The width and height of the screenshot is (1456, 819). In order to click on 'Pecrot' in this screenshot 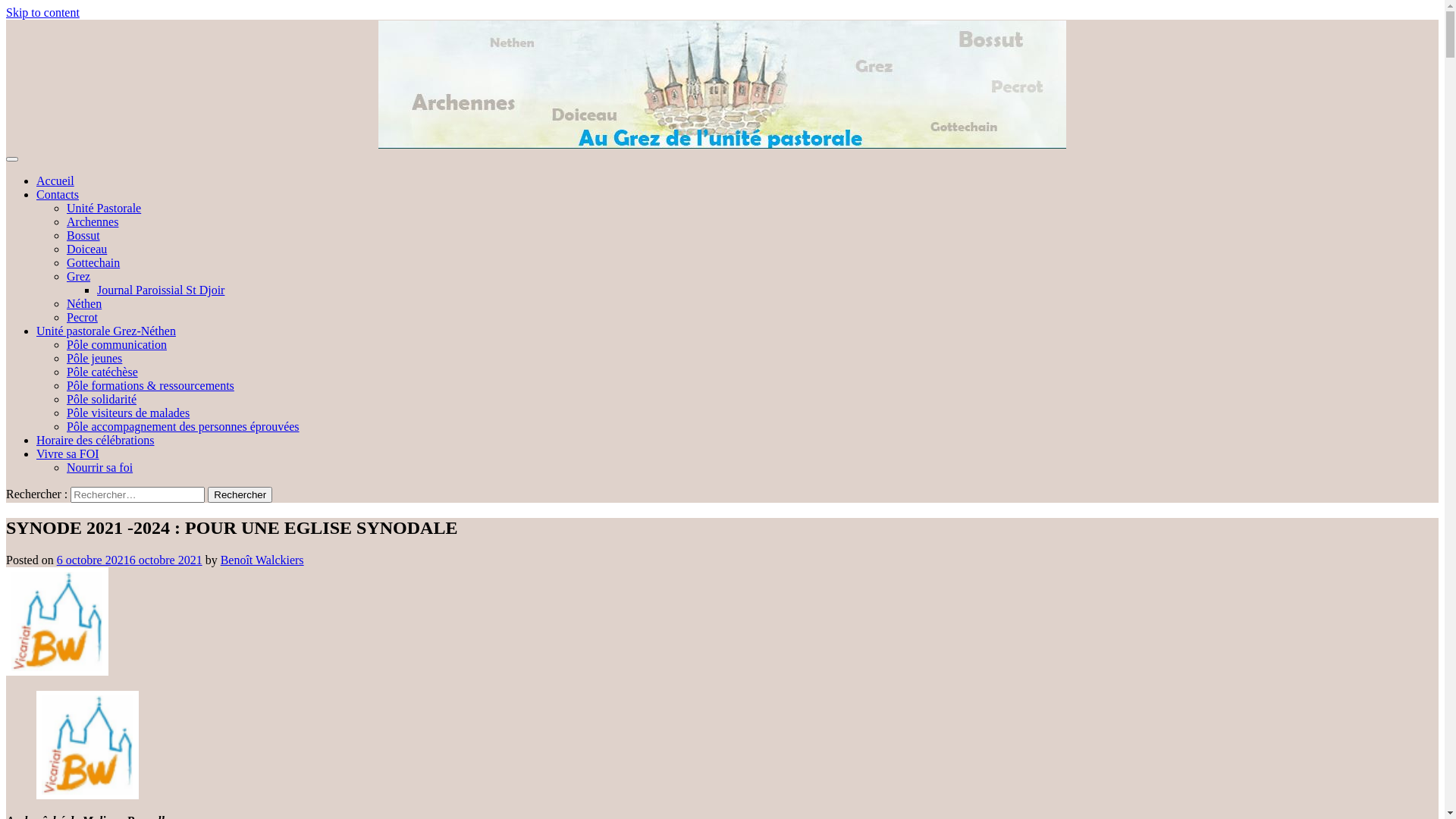, I will do `click(81, 316)`.